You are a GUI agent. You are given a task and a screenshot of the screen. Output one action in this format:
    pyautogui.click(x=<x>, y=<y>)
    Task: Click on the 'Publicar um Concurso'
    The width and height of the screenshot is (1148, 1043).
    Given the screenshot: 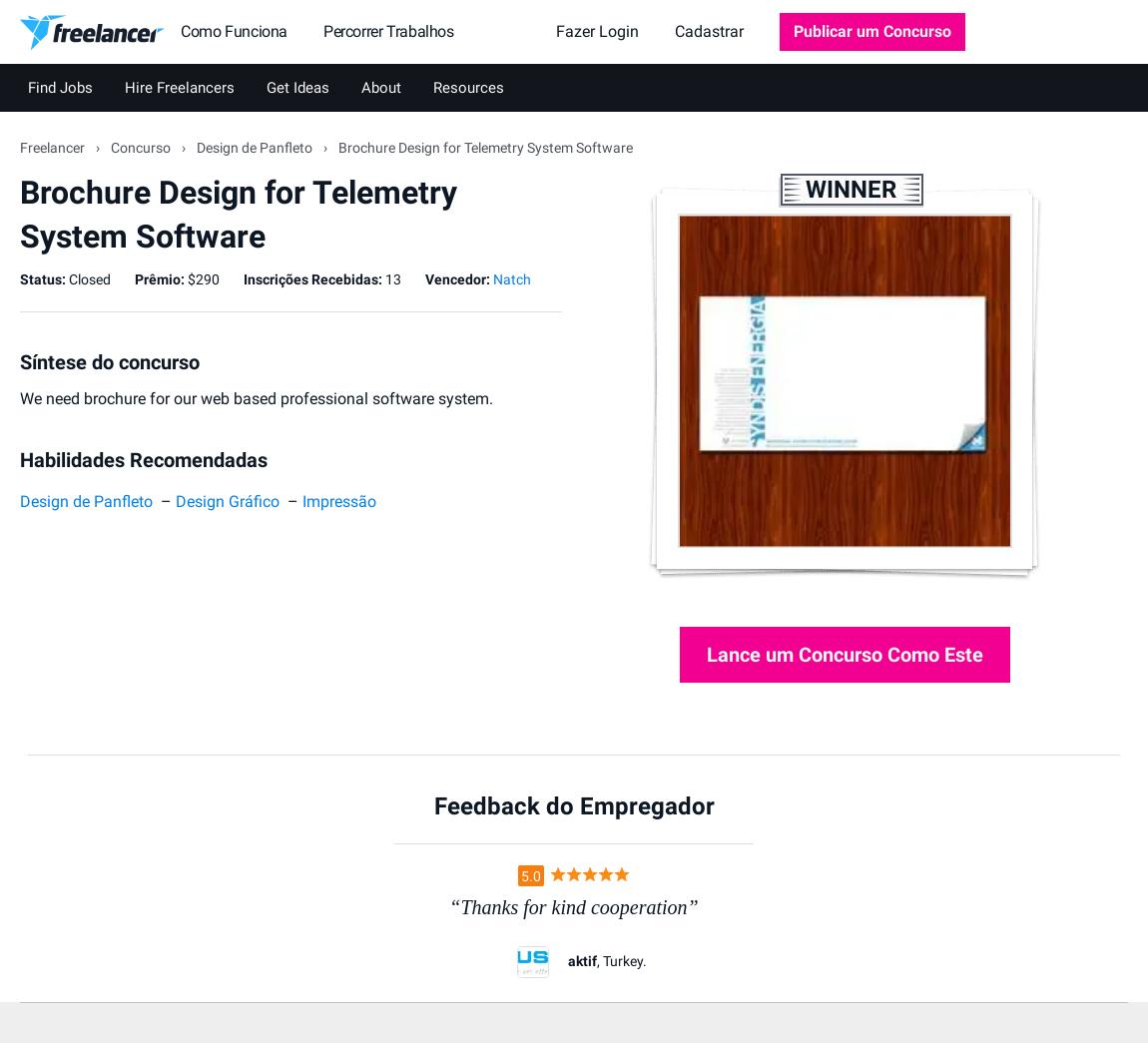 What is the action you would take?
    pyautogui.click(x=792, y=30)
    